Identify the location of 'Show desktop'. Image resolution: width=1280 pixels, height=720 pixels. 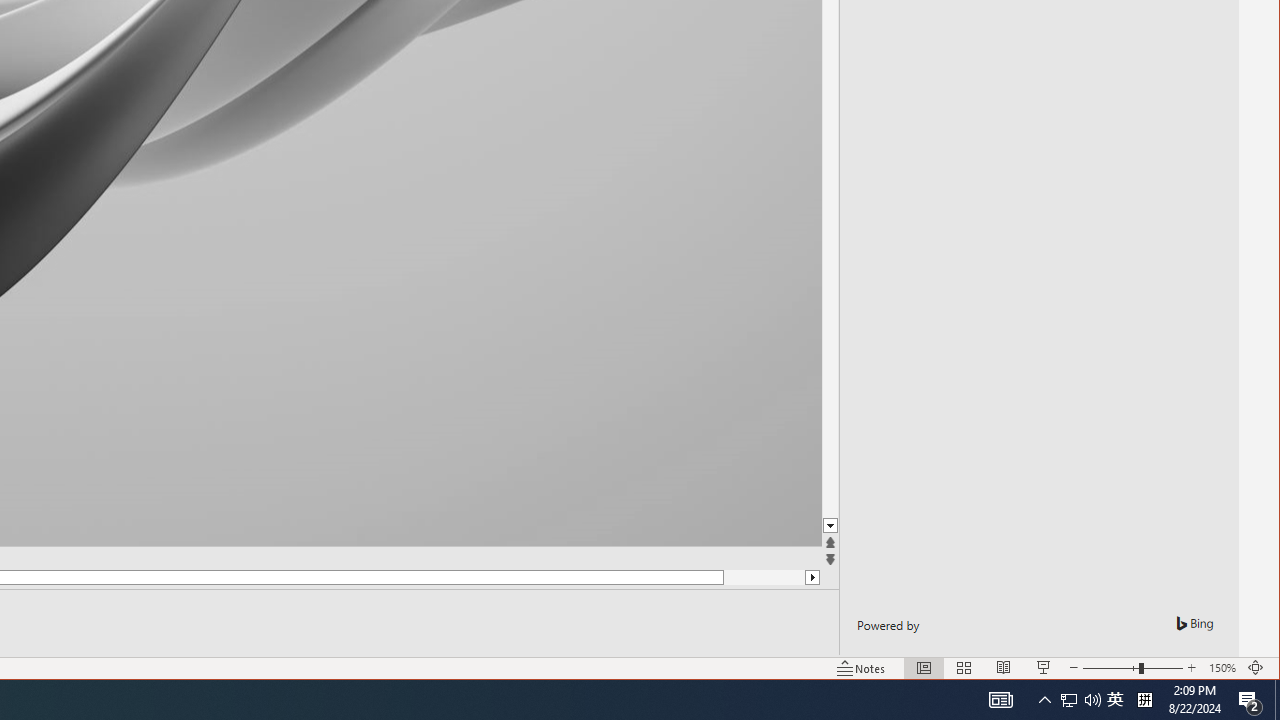
(1276, 698).